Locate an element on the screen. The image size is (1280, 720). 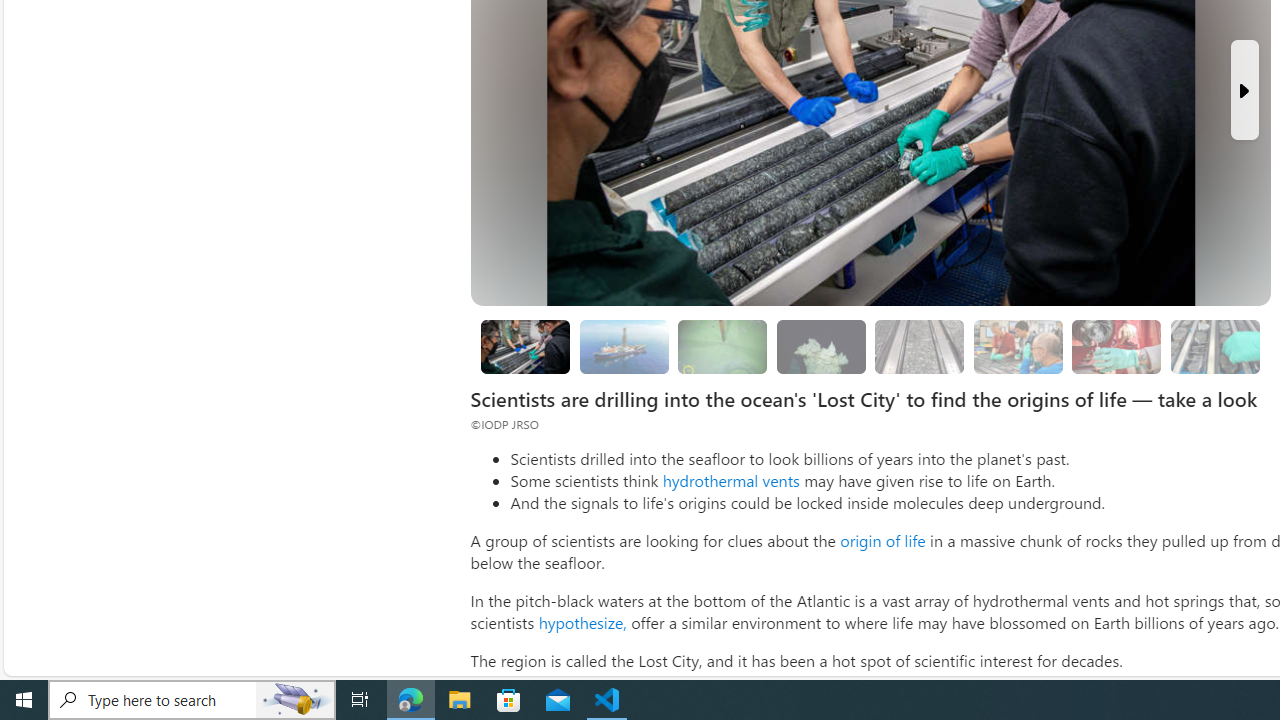
'The Lost City could hold clues to the origin of life.' is located at coordinates (821, 346).